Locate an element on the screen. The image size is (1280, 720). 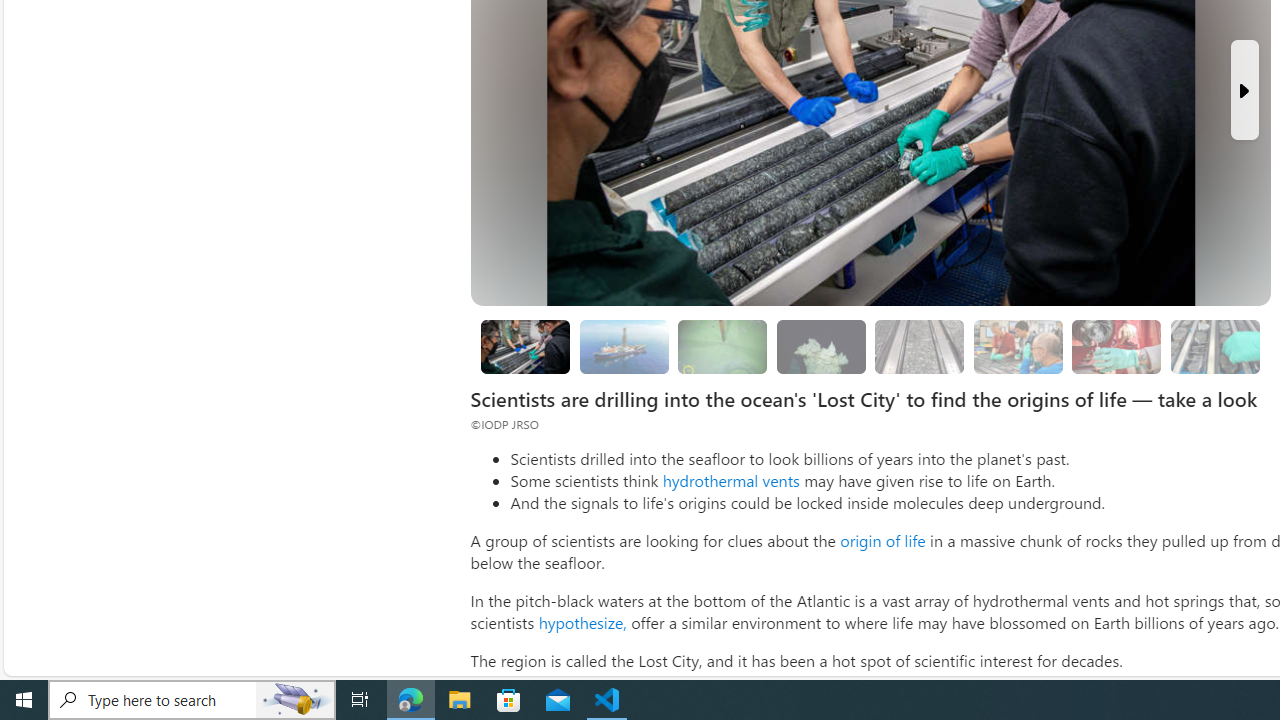
'The Lost City could hold clues to the origin of life.' is located at coordinates (821, 346).